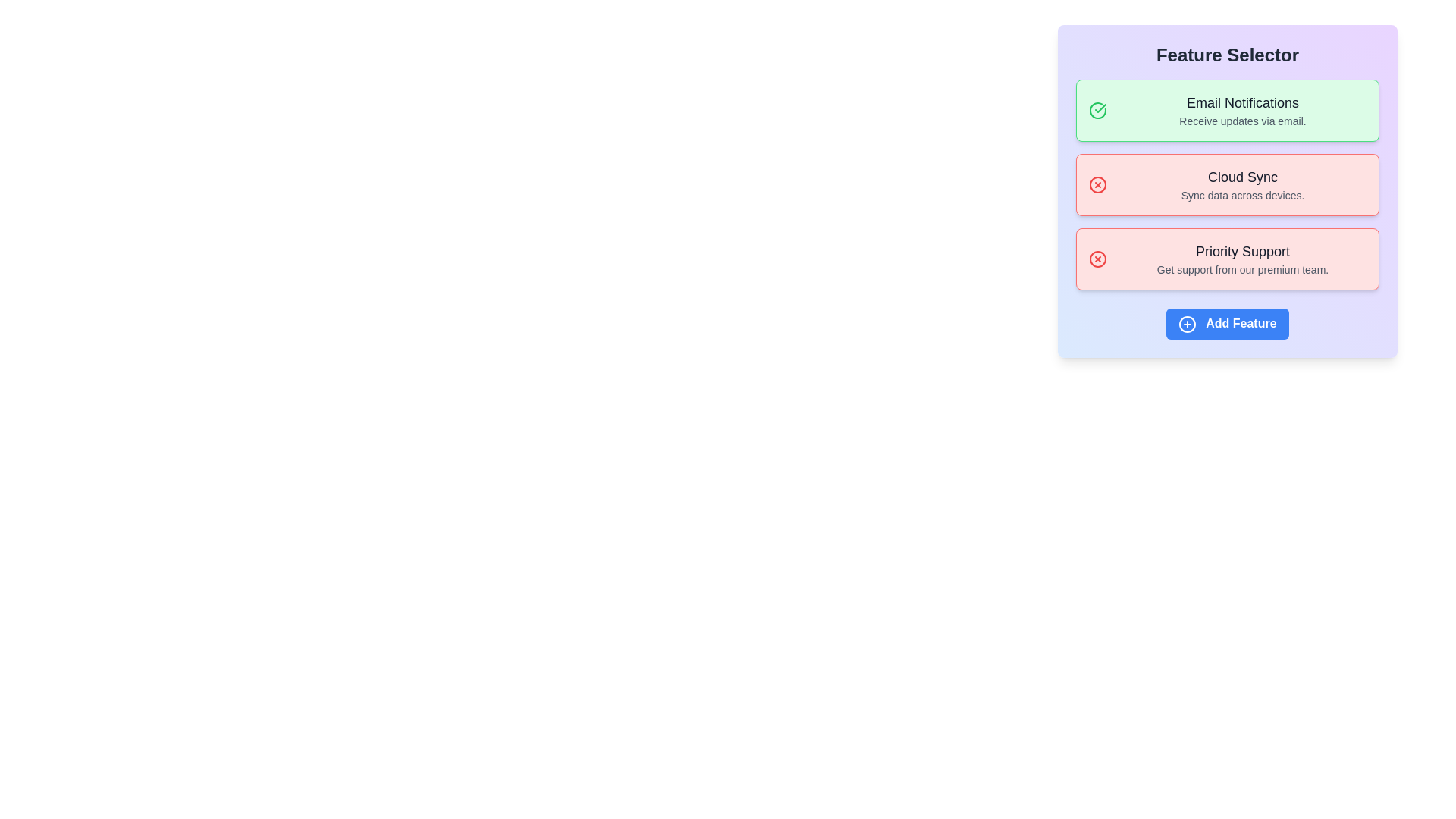 This screenshot has height=819, width=1456. Describe the element at coordinates (1242, 110) in the screenshot. I see `the text block displaying 'Email Notifications' and 'Receive updates via email' with a light-green background located at the top of the feature selection interface` at that location.